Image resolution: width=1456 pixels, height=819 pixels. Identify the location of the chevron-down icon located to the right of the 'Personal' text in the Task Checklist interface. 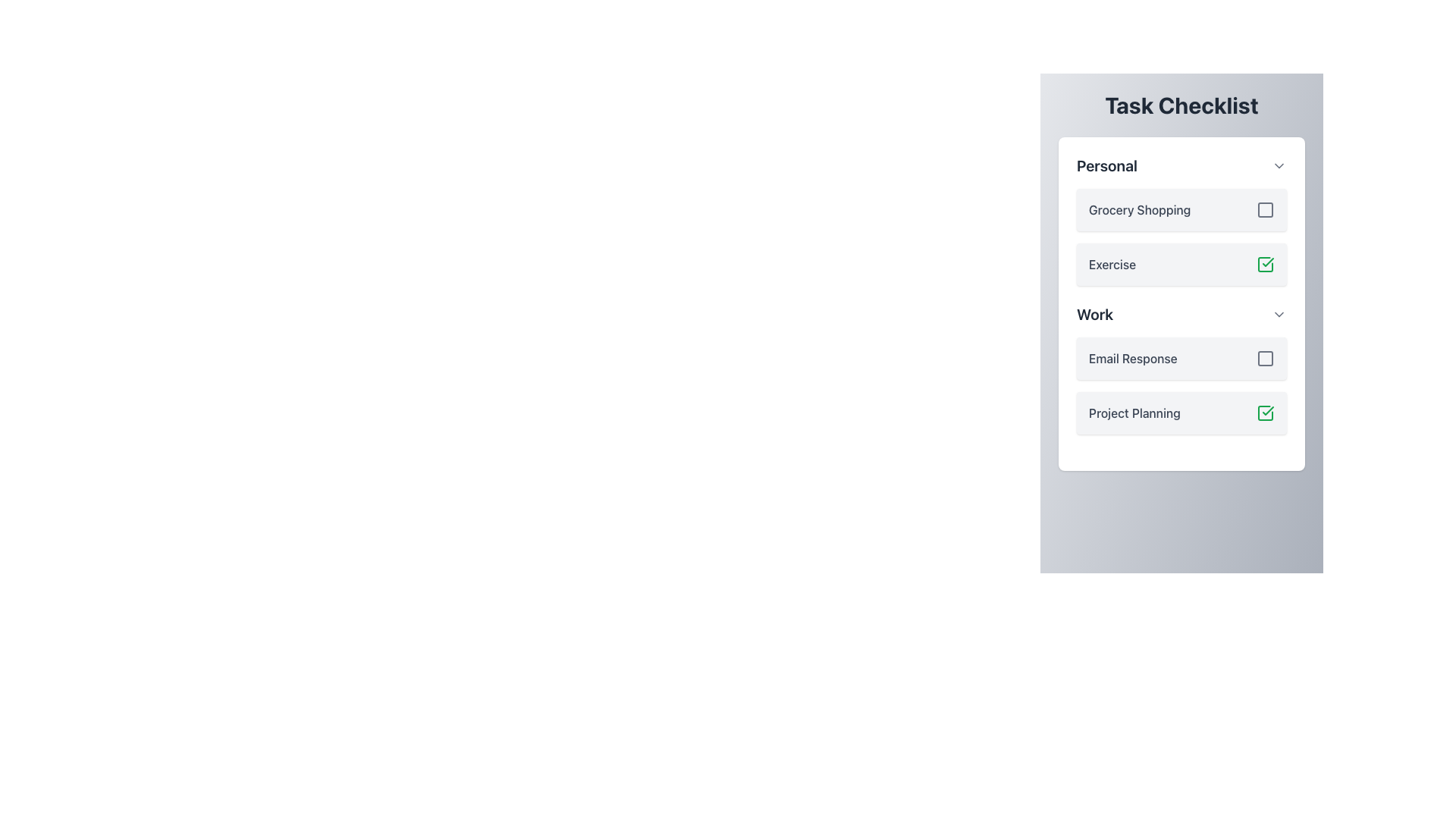
(1278, 166).